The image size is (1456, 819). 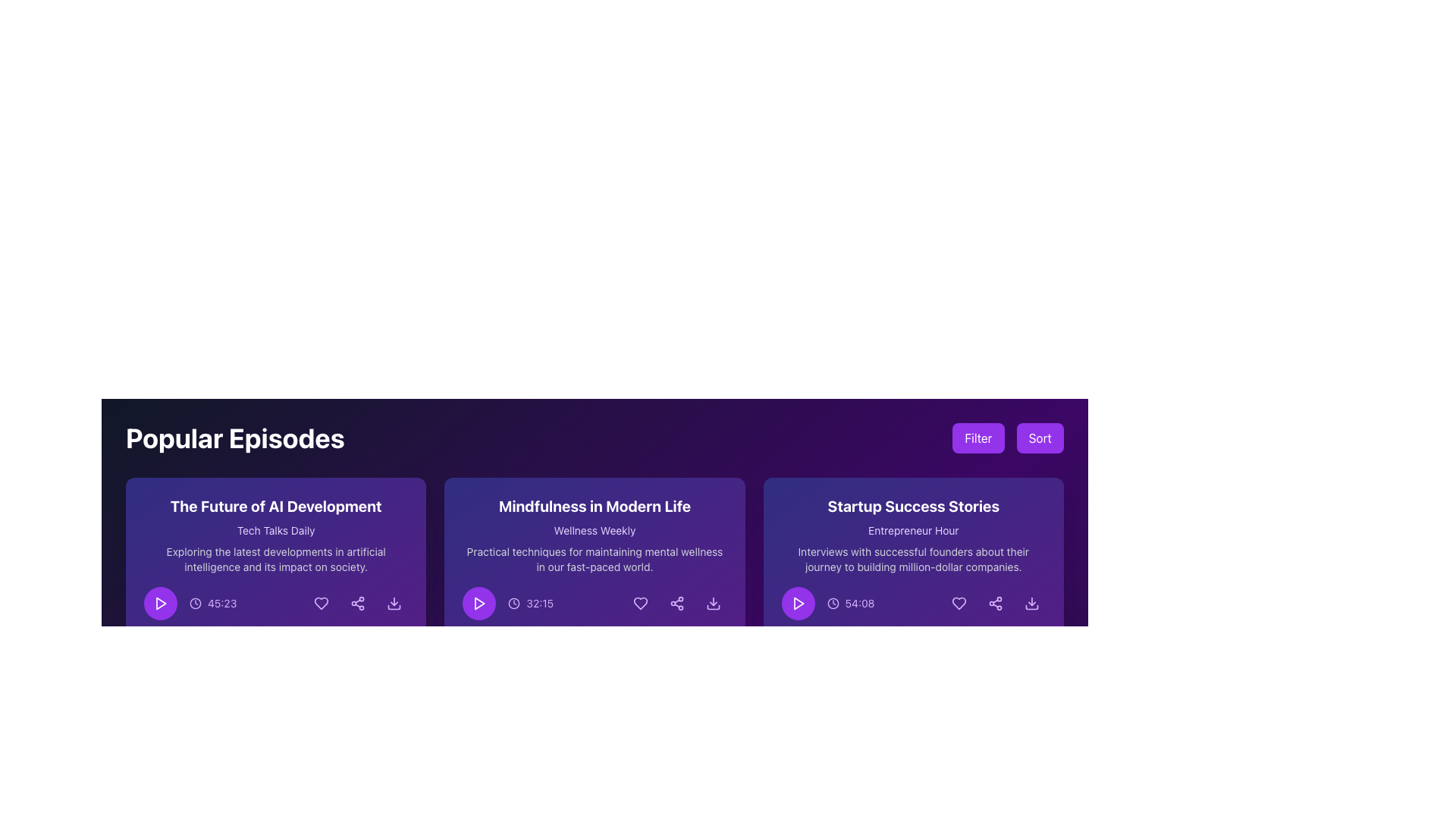 What do you see at coordinates (276, 579) in the screenshot?
I see `the download icon located at the bottom of the card titled 'The Future of AI Development'` at bounding box center [276, 579].